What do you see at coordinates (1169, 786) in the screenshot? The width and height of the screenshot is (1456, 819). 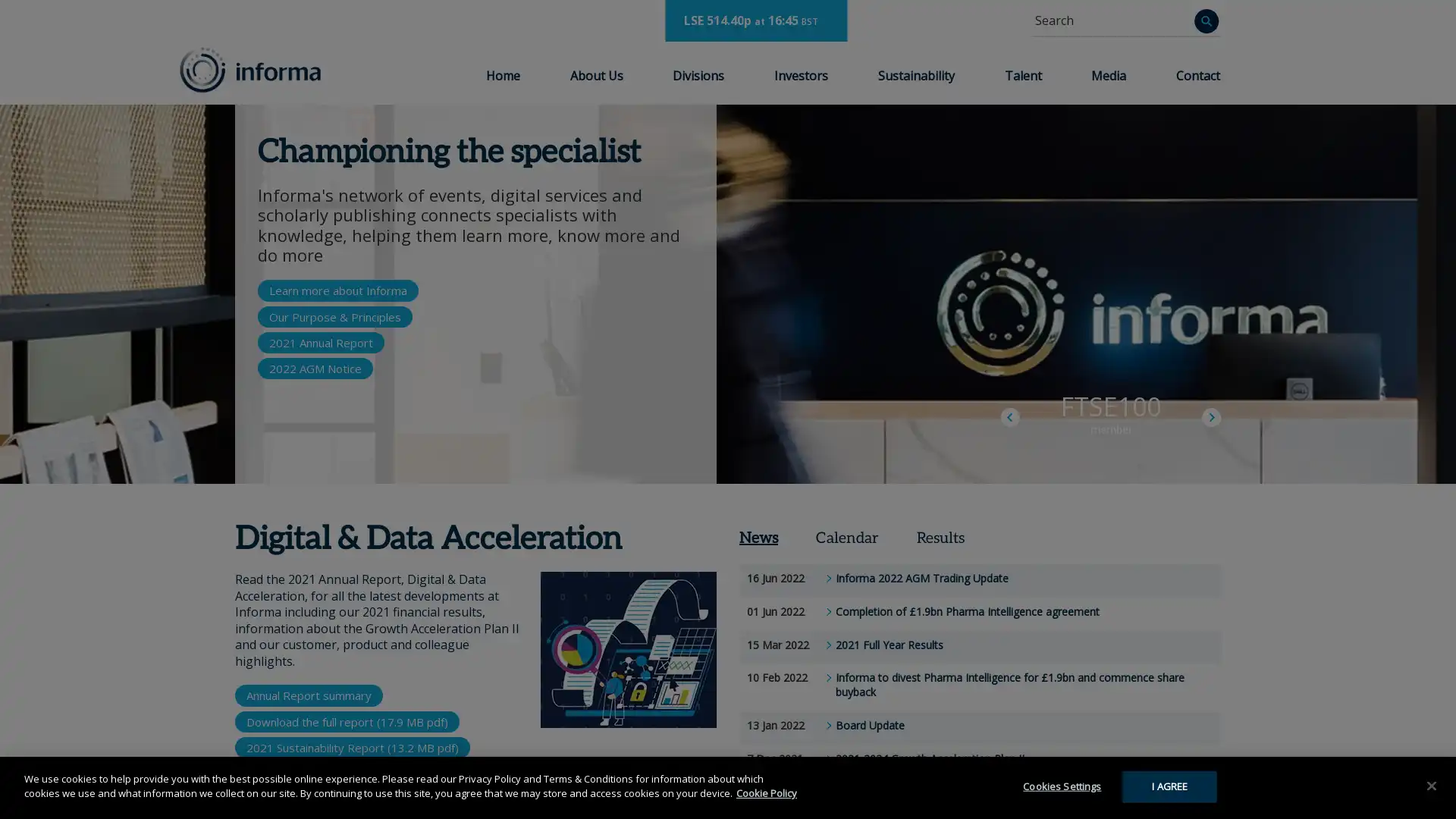 I see `I AGREE` at bounding box center [1169, 786].